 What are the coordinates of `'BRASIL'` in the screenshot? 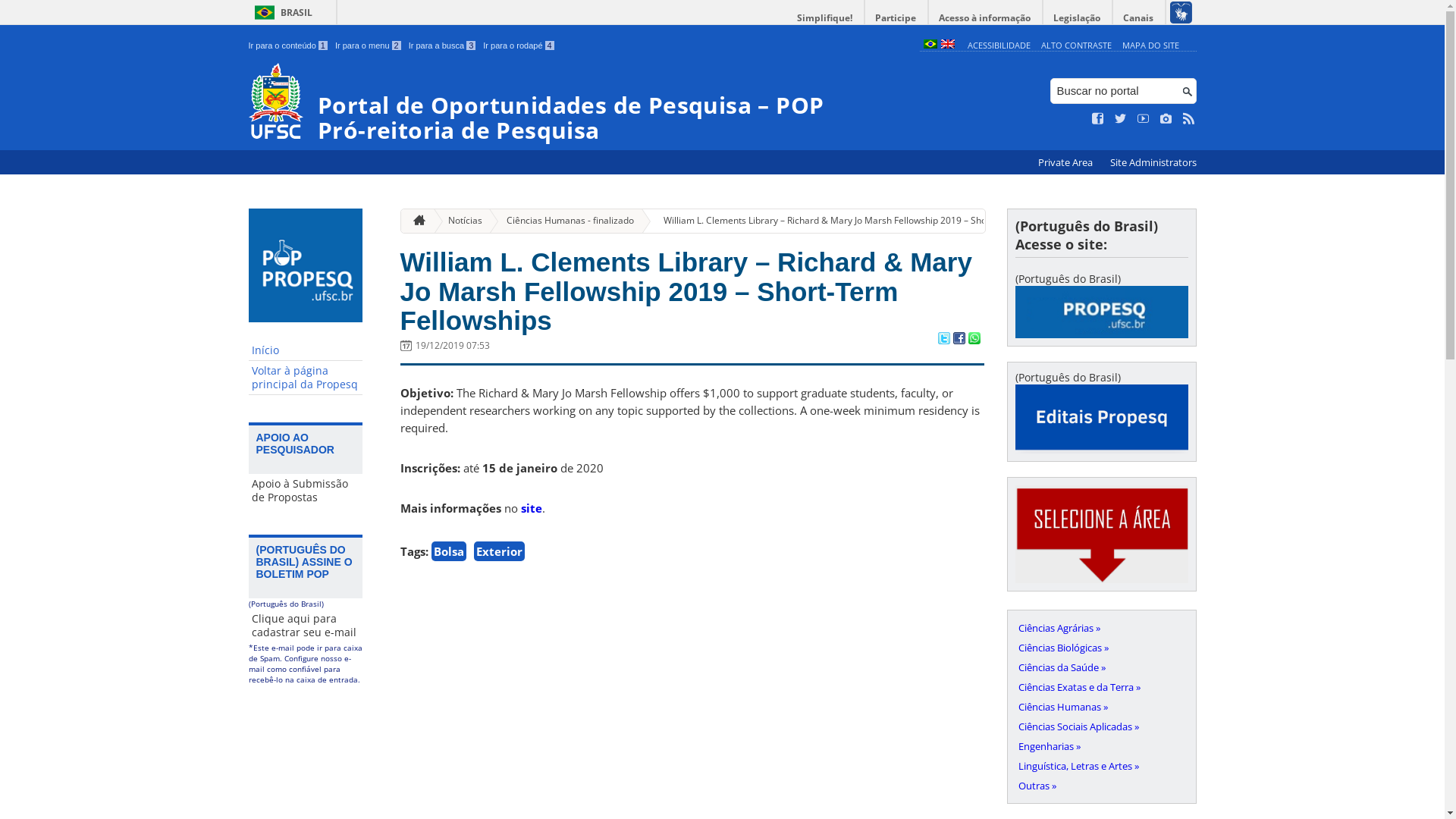 It's located at (281, 12).